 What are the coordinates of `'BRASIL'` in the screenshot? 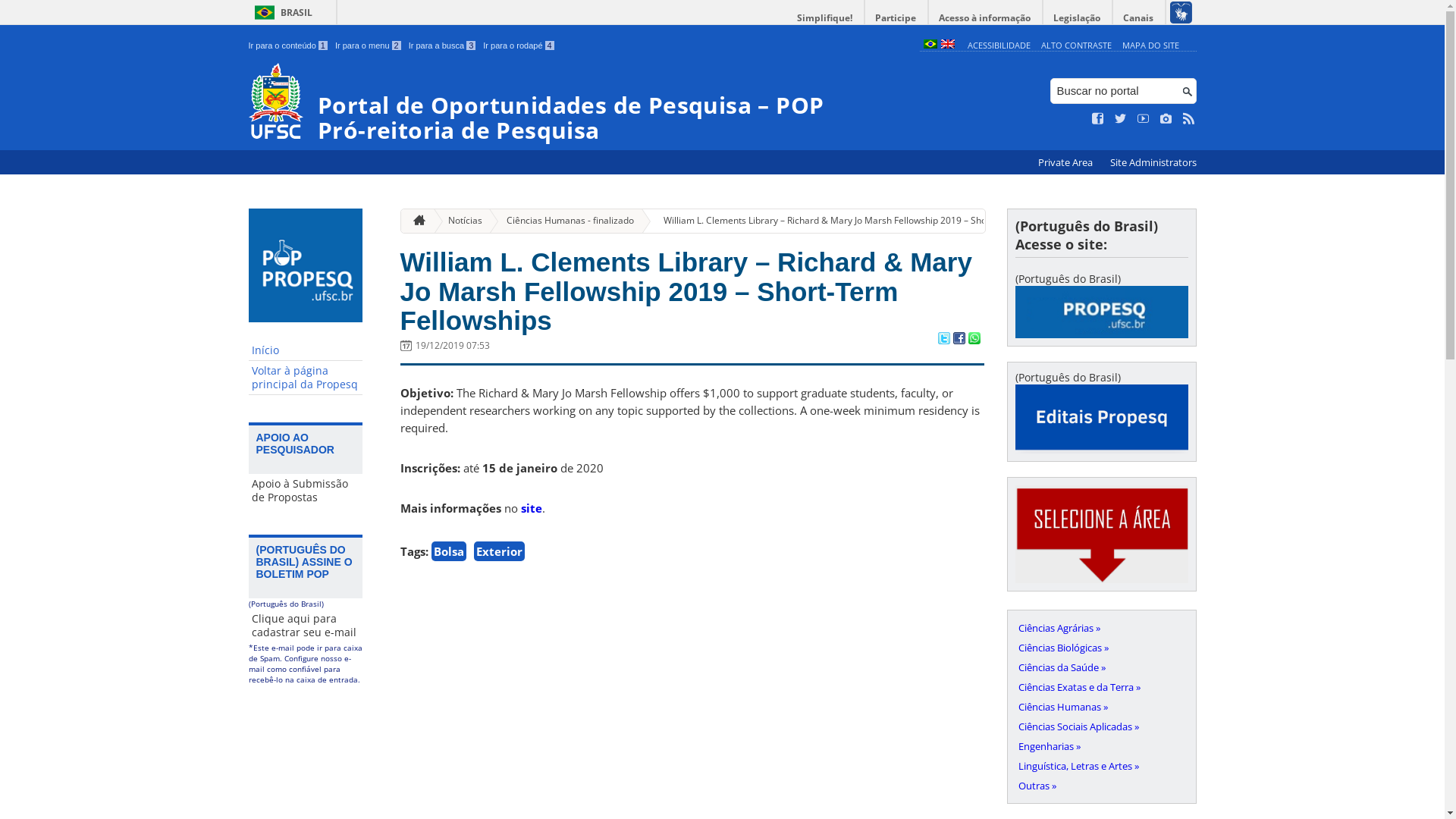 It's located at (281, 12).